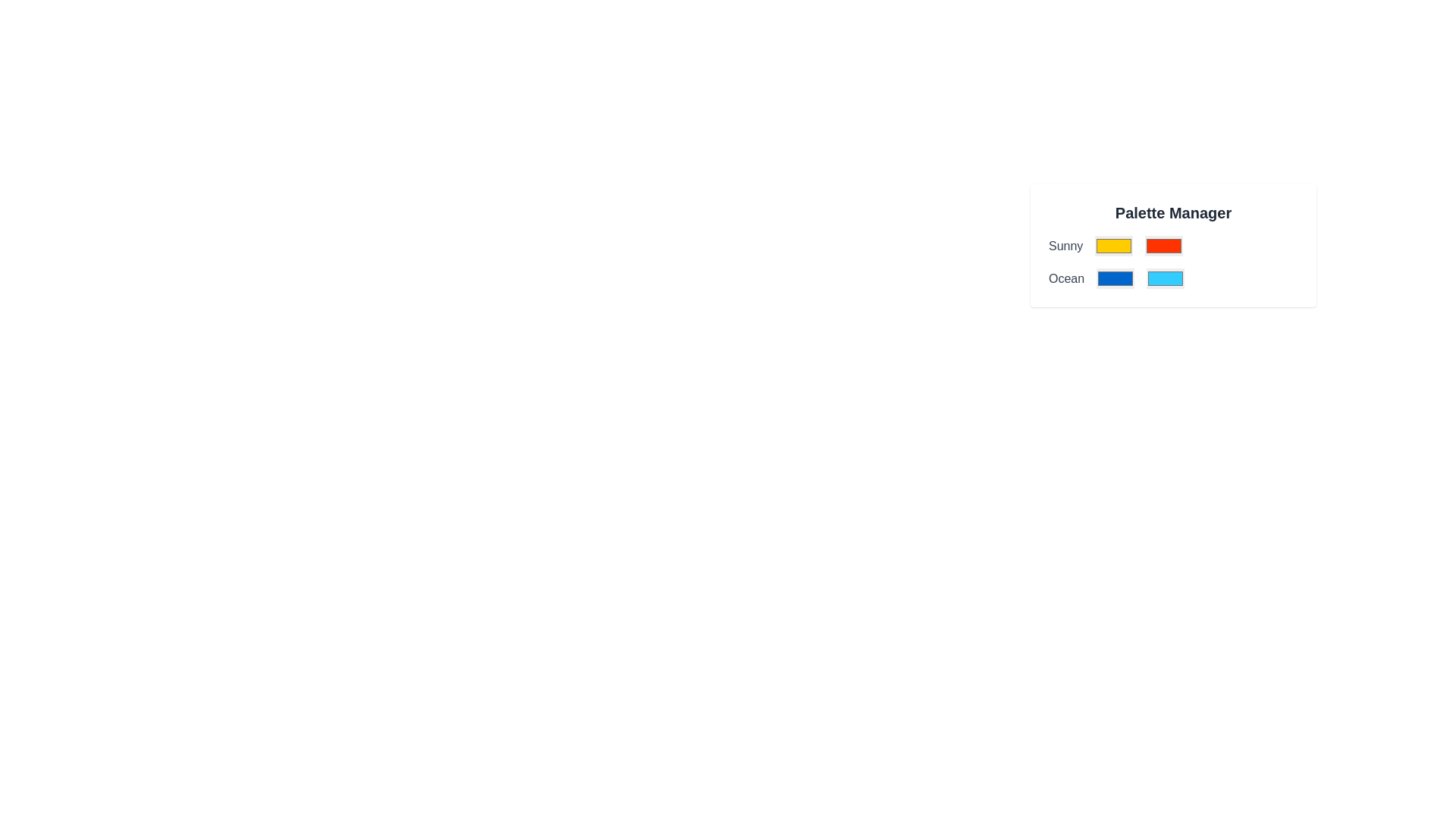 This screenshot has width=1456, height=819. I want to click on the yellow color input element, which is the first color box in the 'Sunny' row under the 'Palette Manager' section, so click(1114, 245).